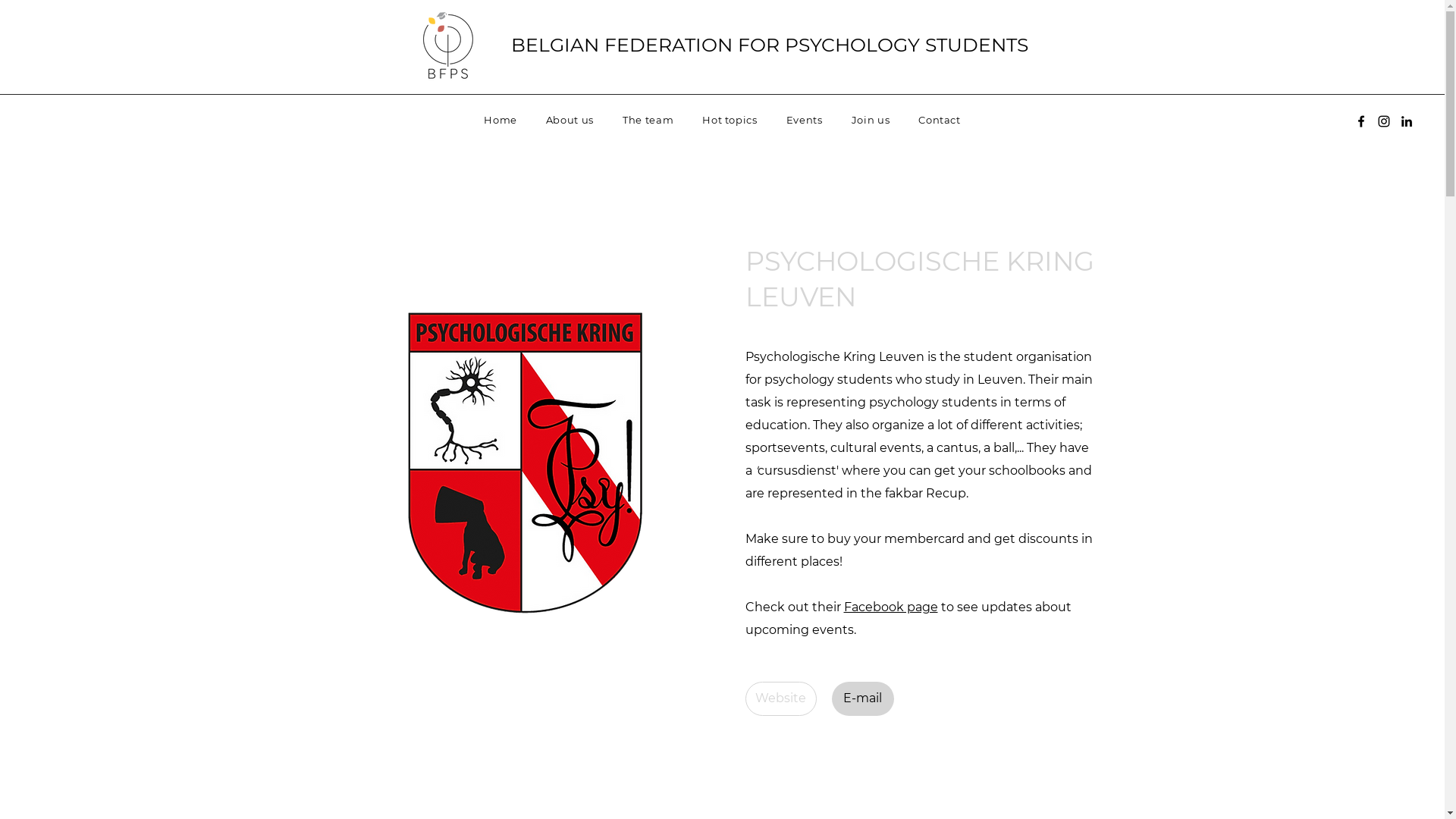 Image resolution: width=1456 pixels, height=819 pixels. I want to click on 'BELGIAN FEDERATION FOR PSYCHOLOGY STUDENTS', so click(510, 43).